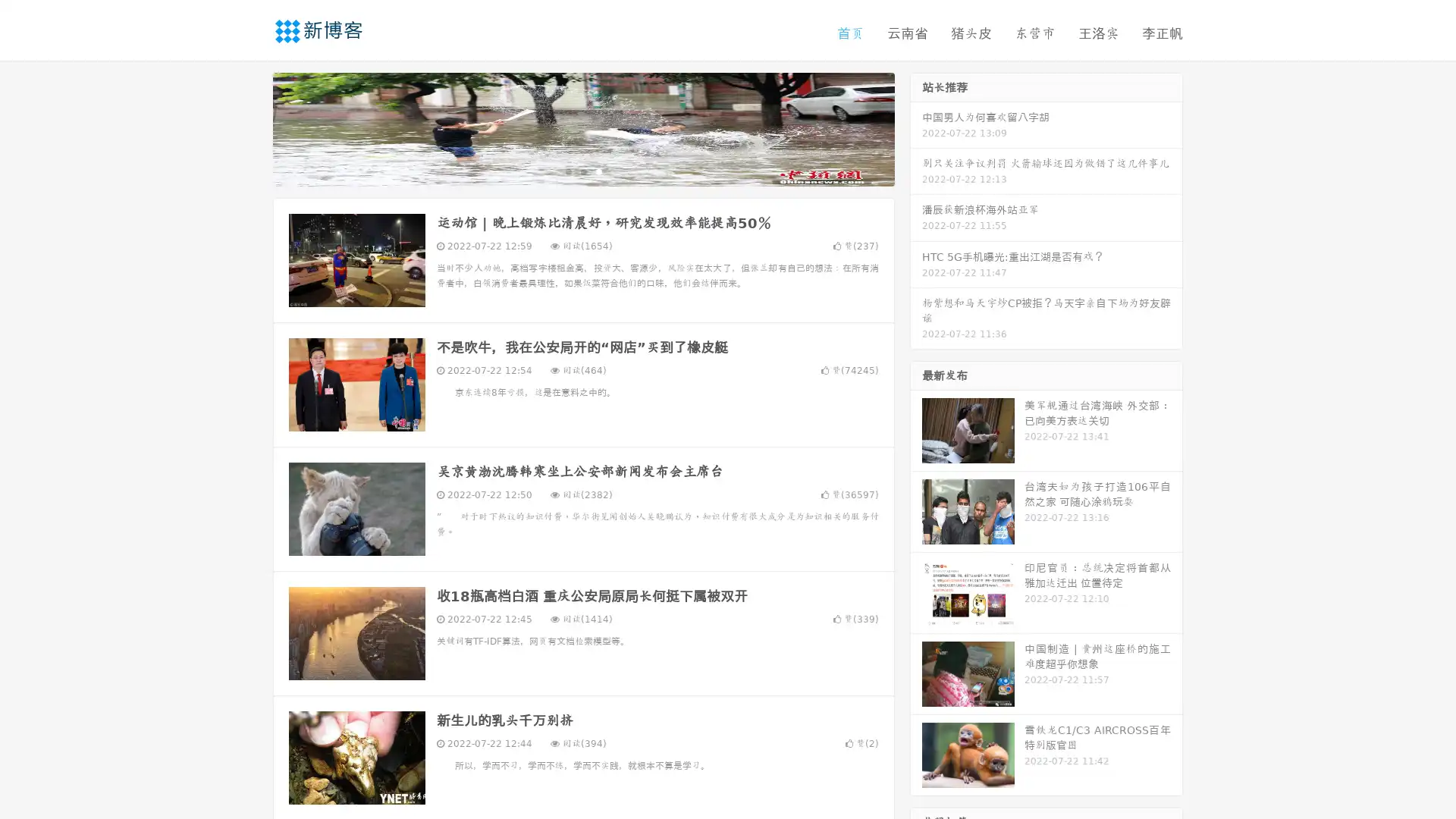 The width and height of the screenshot is (1456, 819). What do you see at coordinates (598, 171) in the screenshot?
I see `Go to slide 3` at bounding box center [598, 171].